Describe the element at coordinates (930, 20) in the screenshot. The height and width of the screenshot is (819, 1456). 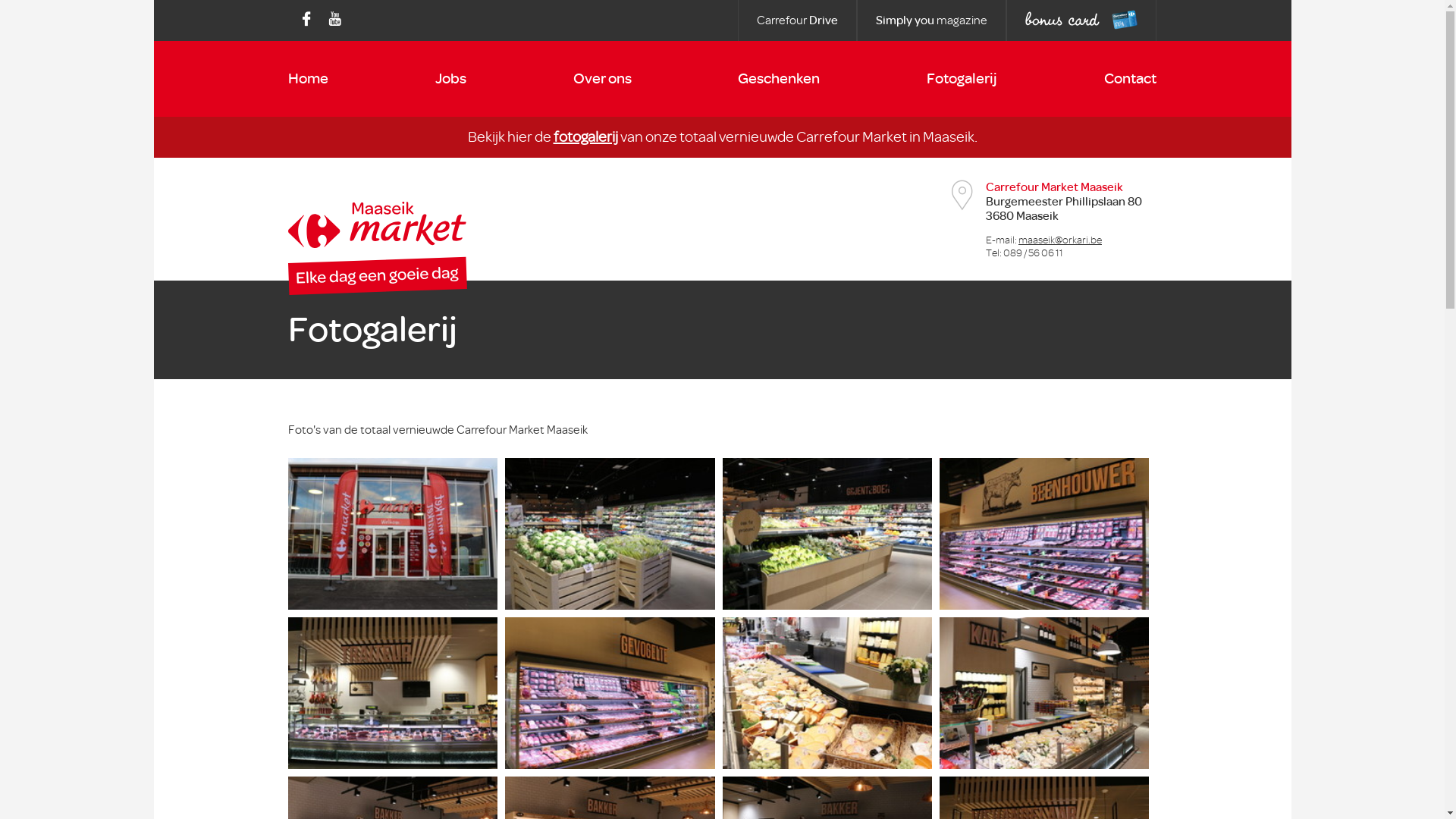
I see `'Simply you magazine'` at that location.